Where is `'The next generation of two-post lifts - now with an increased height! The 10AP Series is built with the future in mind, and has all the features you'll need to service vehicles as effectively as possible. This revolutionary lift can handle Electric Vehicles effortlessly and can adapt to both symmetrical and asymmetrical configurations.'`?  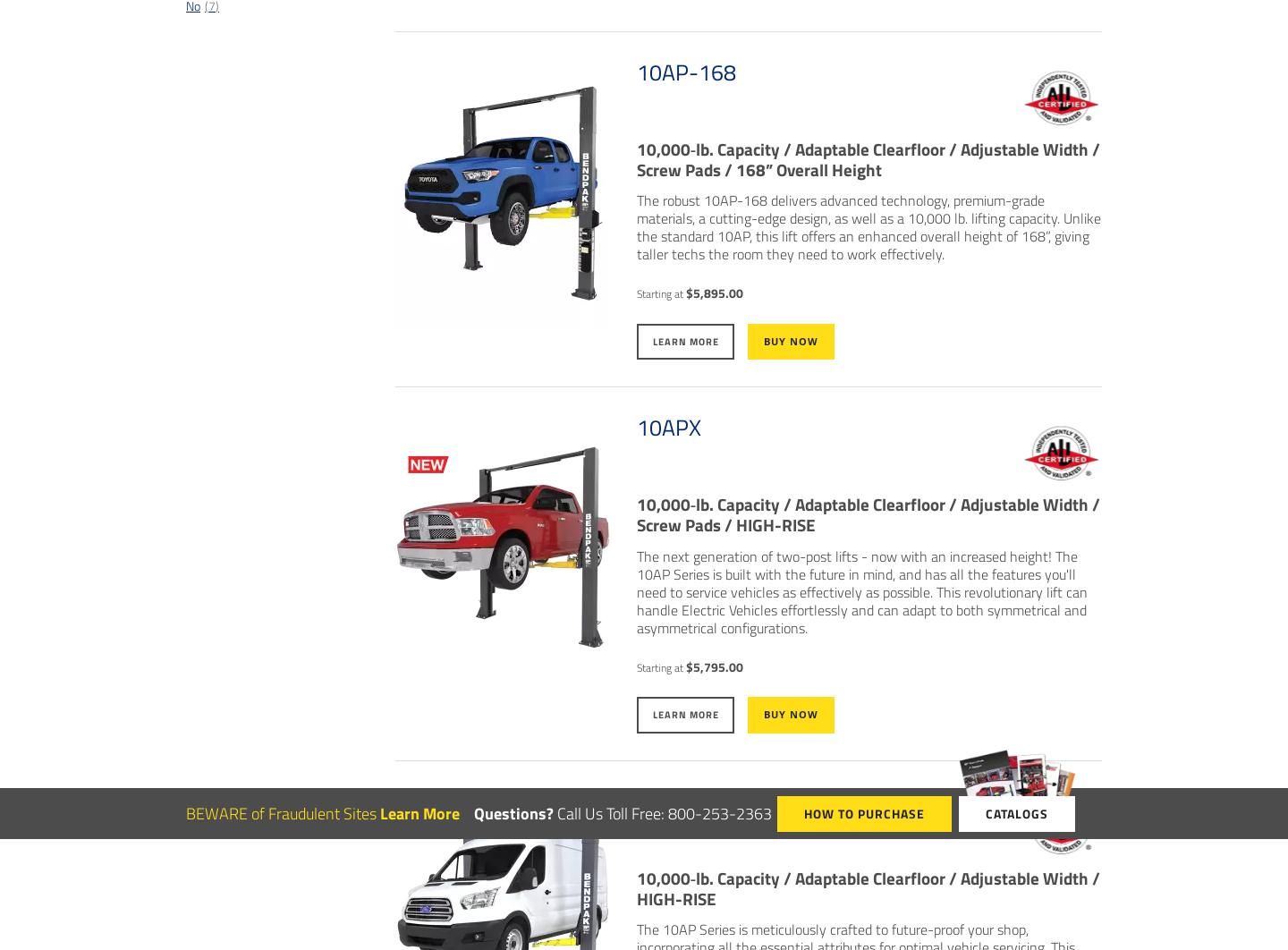
'The next generation of two-post lifts - now with an increased height! The 10AP Series is built with the future in mind, and has all the features you'll need to service vehicles as effectively as possible. This revolutionary lift can handle Electric Vehicles effortlessly and can adapt to both symmetrical and asymmetrical configurations.' is located at coordinates (860, 590).